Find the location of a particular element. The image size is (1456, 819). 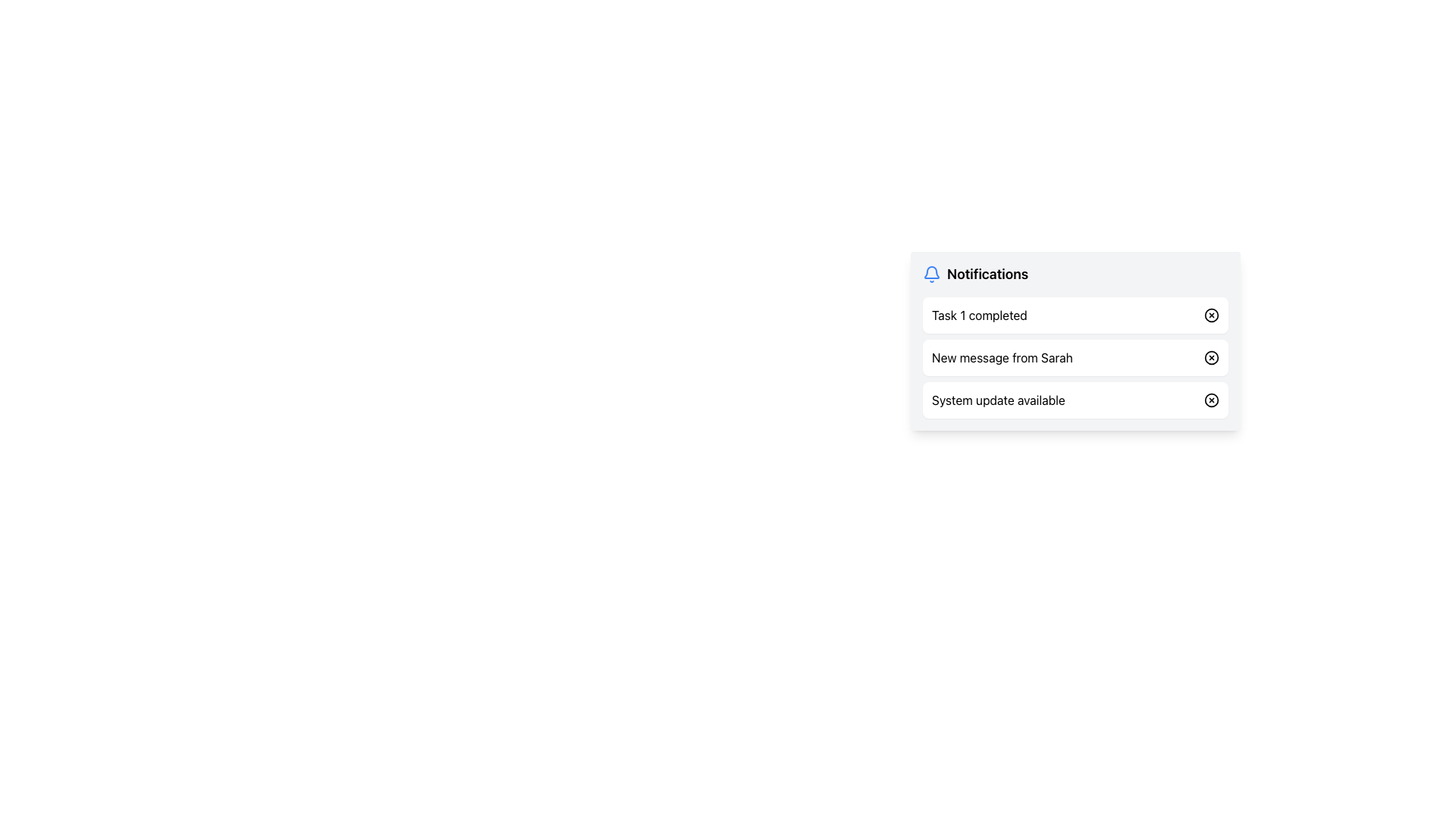

the Notification block for 'Task 1' is located at coordinates (1075, 315).